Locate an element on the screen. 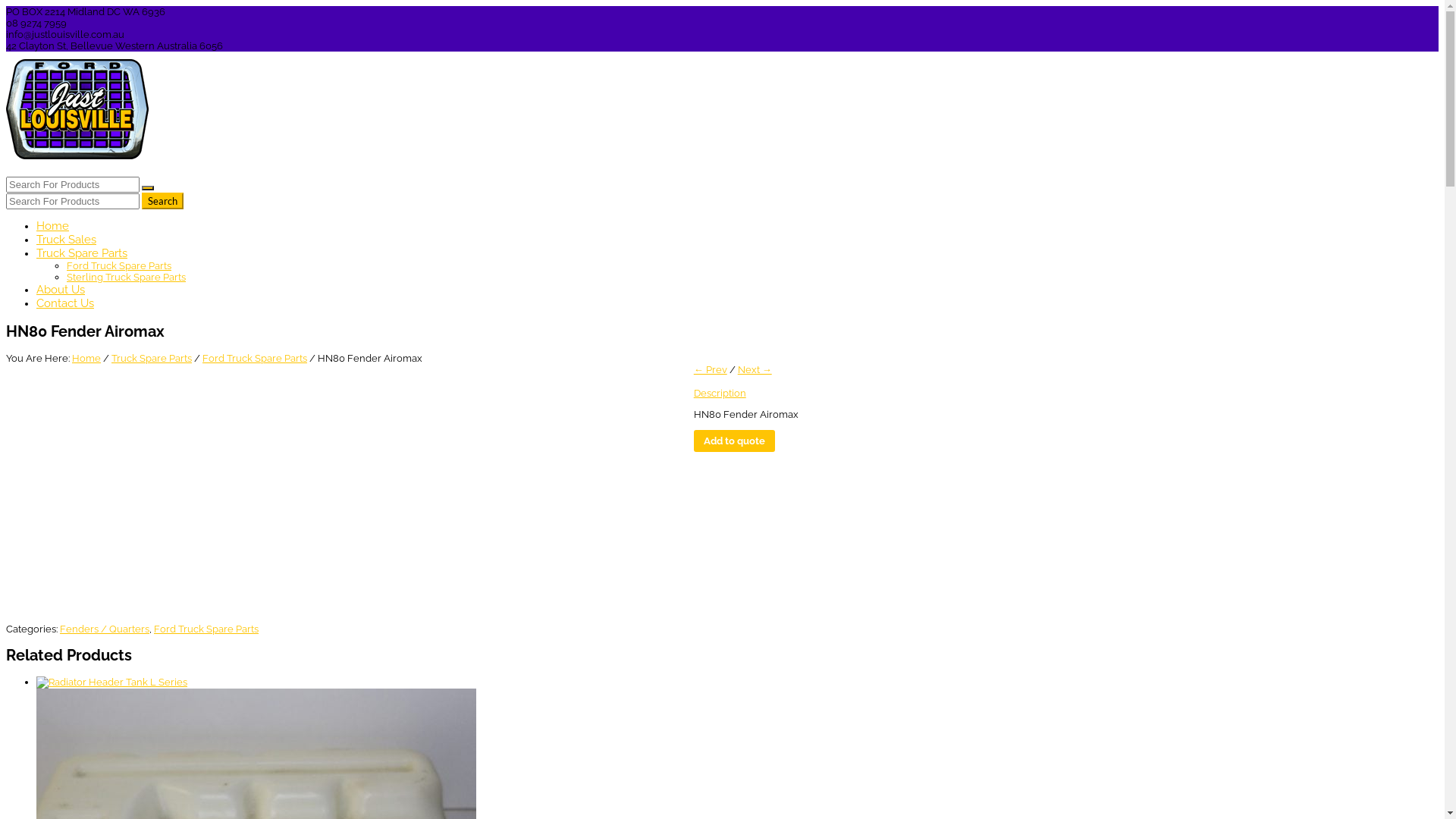  'Fenders / Quarters' is located at coordinates (104, 629).